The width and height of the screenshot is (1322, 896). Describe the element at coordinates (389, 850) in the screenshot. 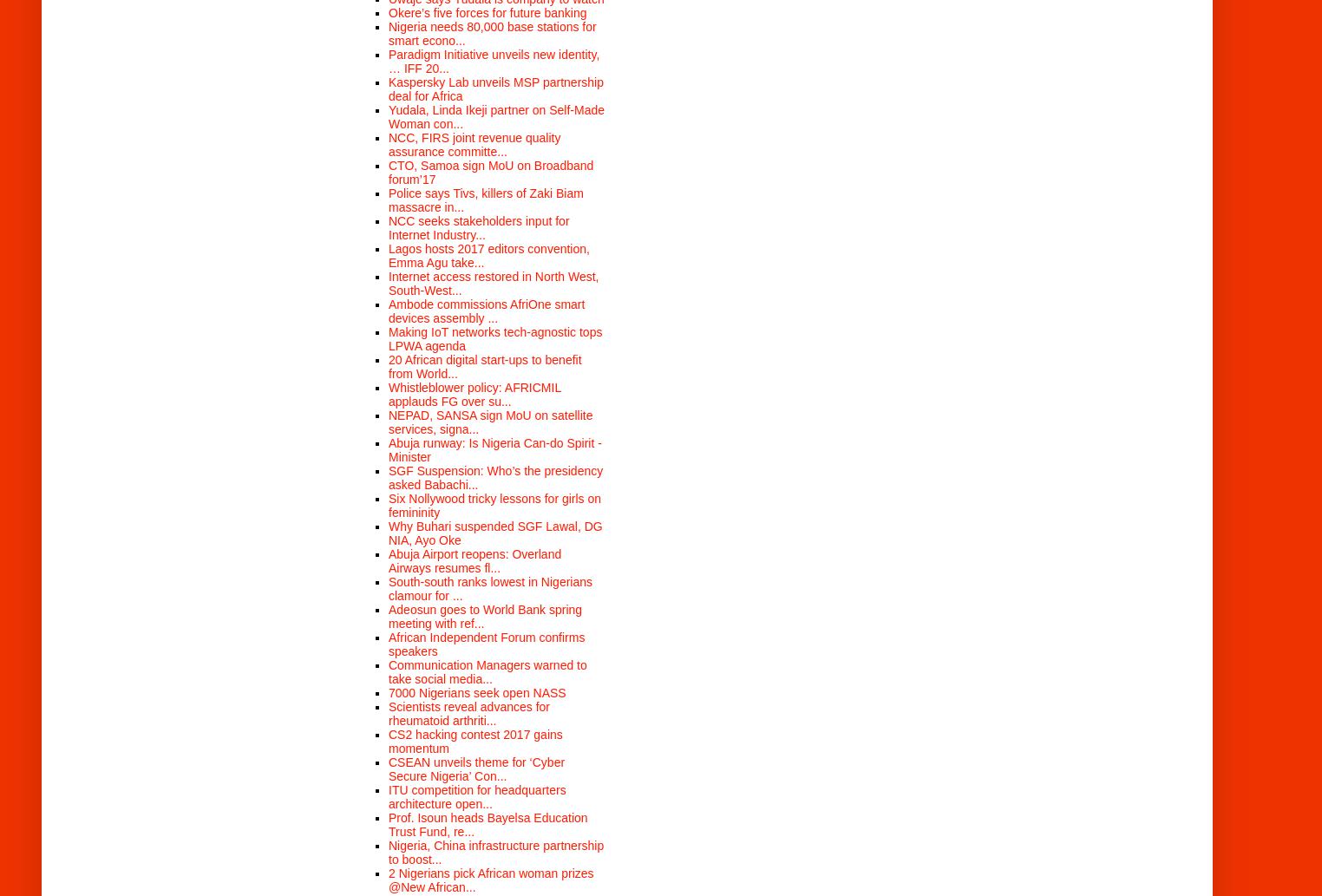

I see `'Nigeria, China infrastructure partnership to boost...'` at that location.